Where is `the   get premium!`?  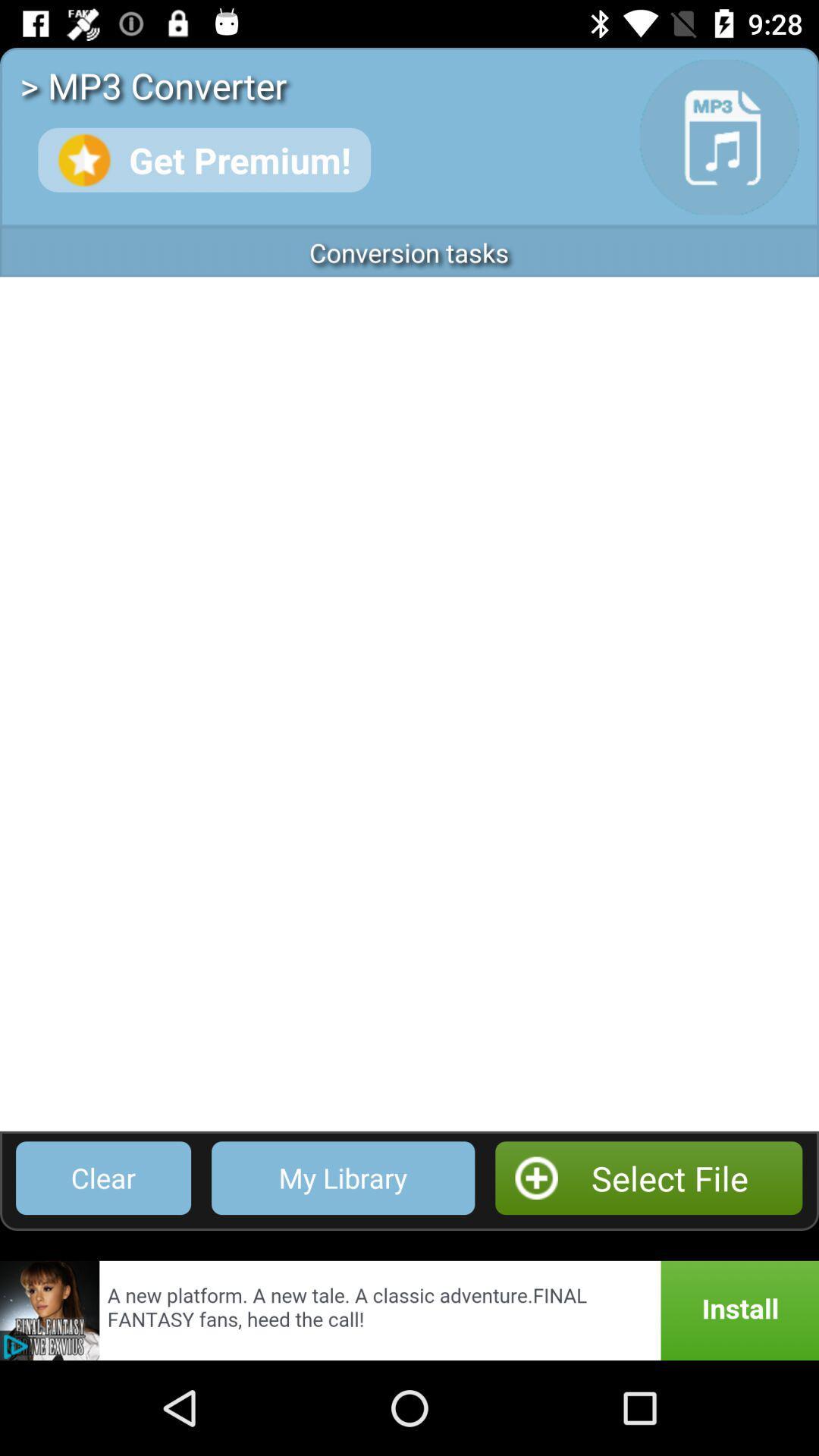
the   get premium! is located at coordinates (203, 160).